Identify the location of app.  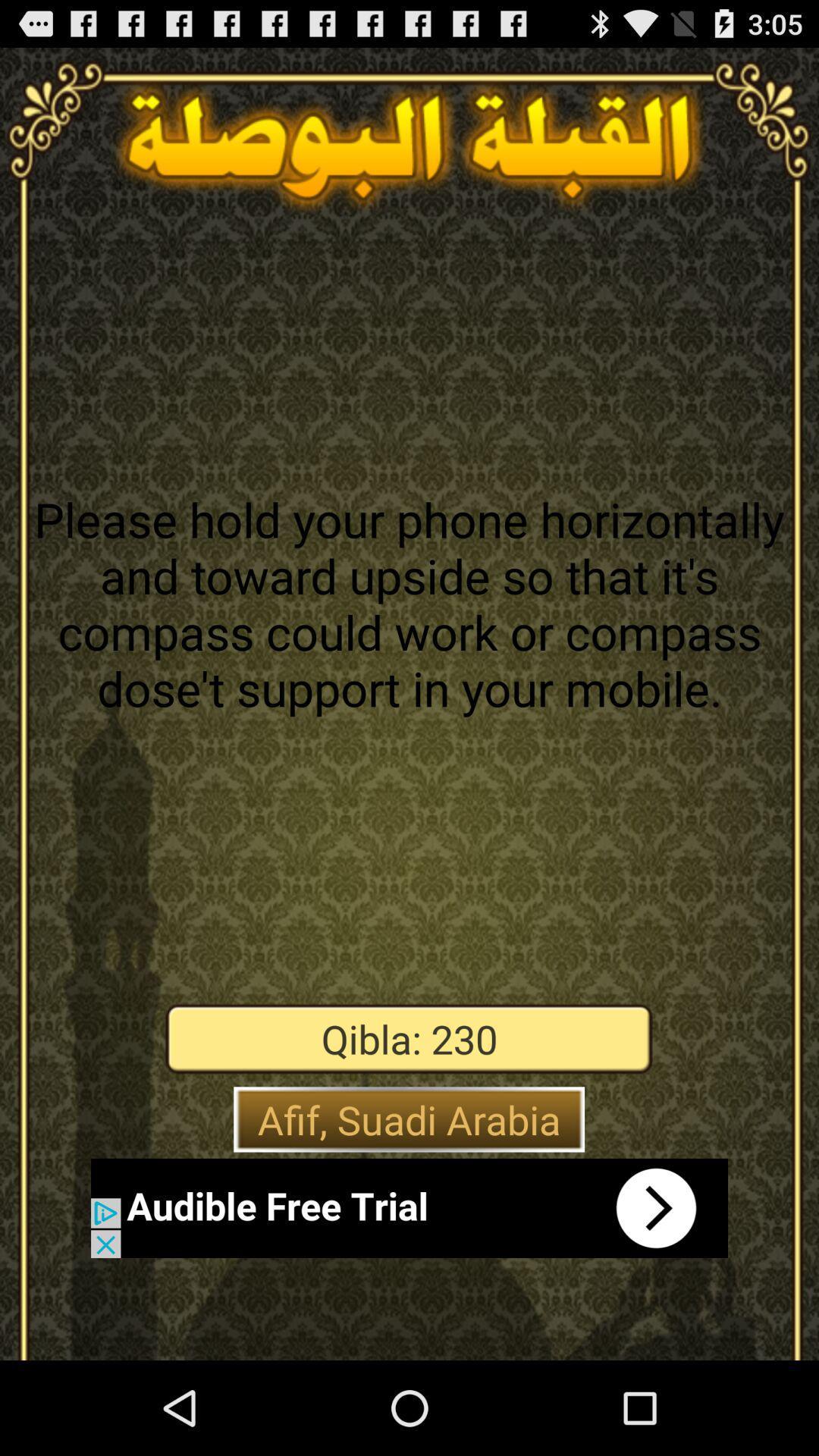
(409, 1207).